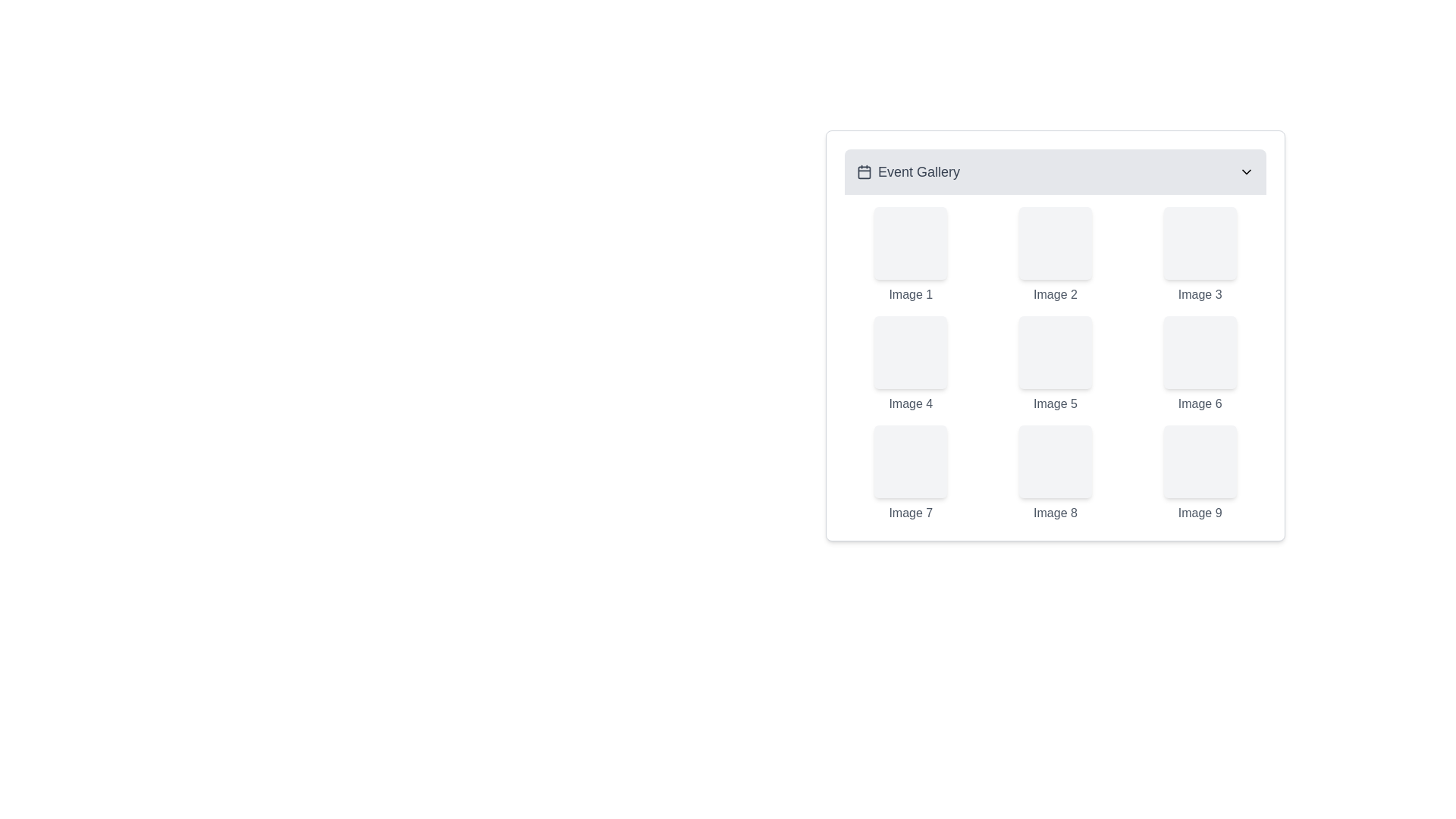  I want to click on the 'Event Gallery' text label, which is styled in bold, dark gray font and situated in the header section to the right of a calendar icon, so click(918, 171).